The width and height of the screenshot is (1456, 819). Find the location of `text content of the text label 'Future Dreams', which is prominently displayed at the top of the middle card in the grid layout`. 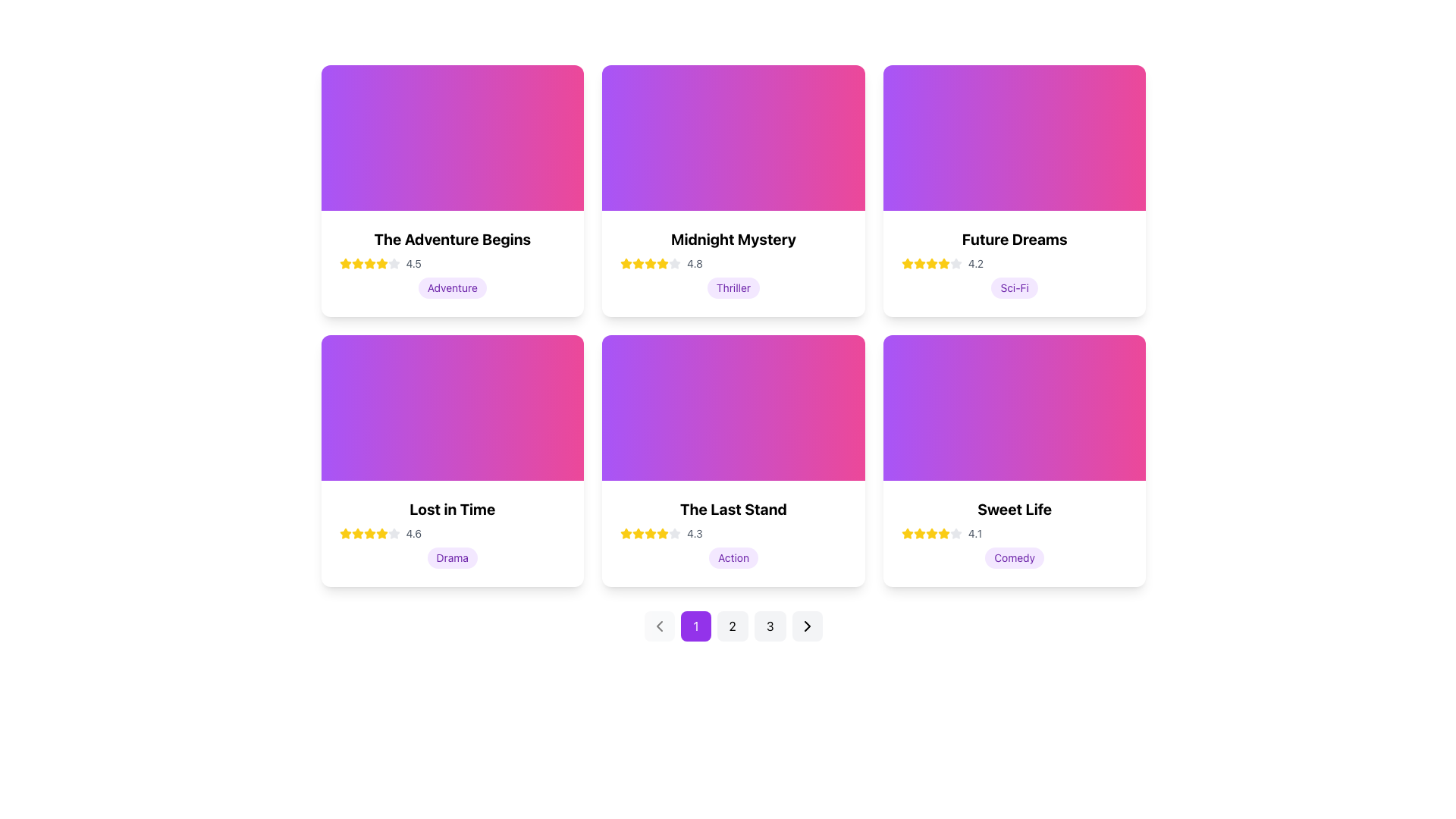

text content of the text label 'Future Dreams', which is prominently displayed at the top of the middle card in the grid layout is located at coordinates (1015, 239).